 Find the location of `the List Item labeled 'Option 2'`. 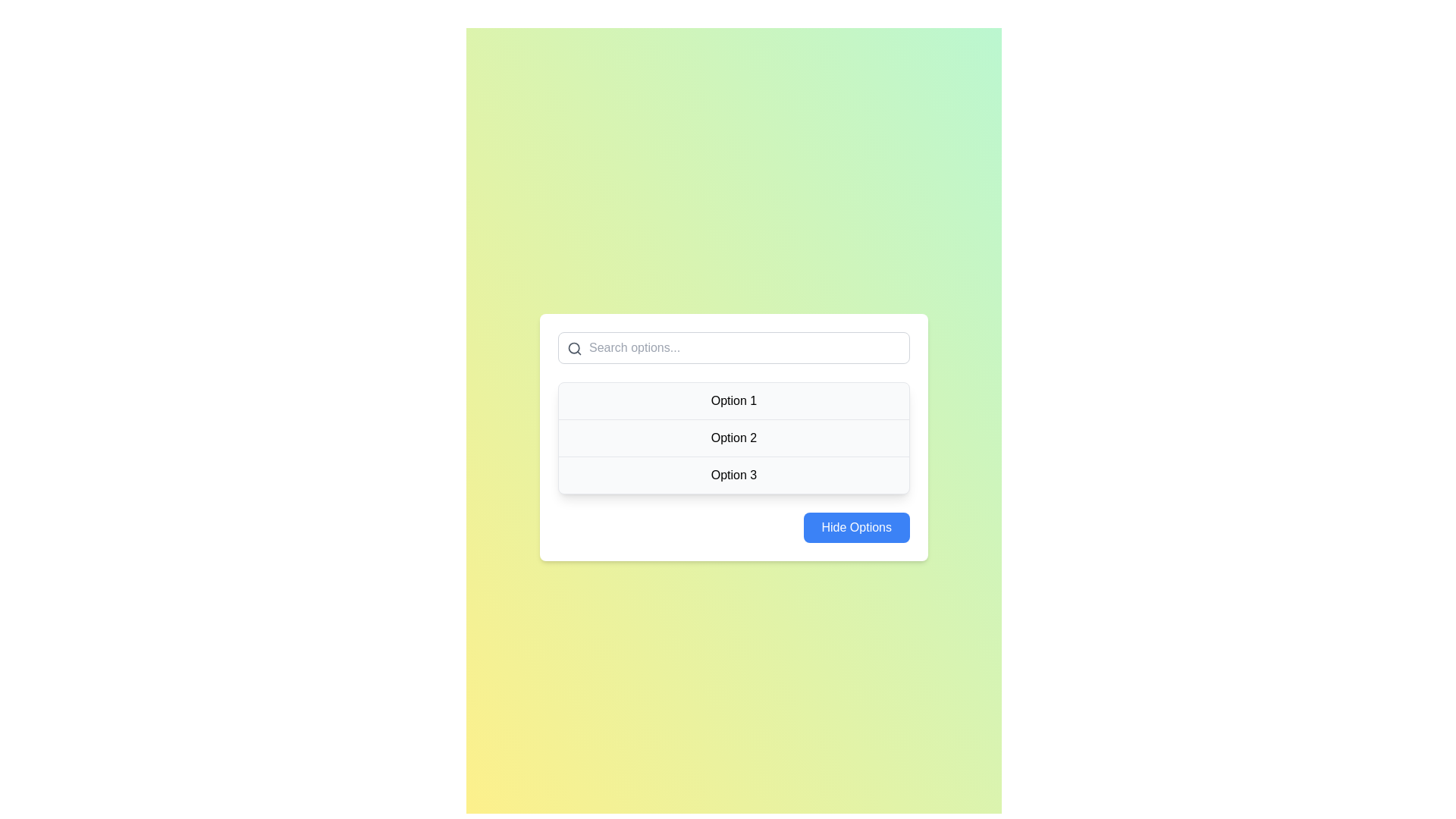

the List Item labeled 'Option 2' is located at coordinates (734, 438).